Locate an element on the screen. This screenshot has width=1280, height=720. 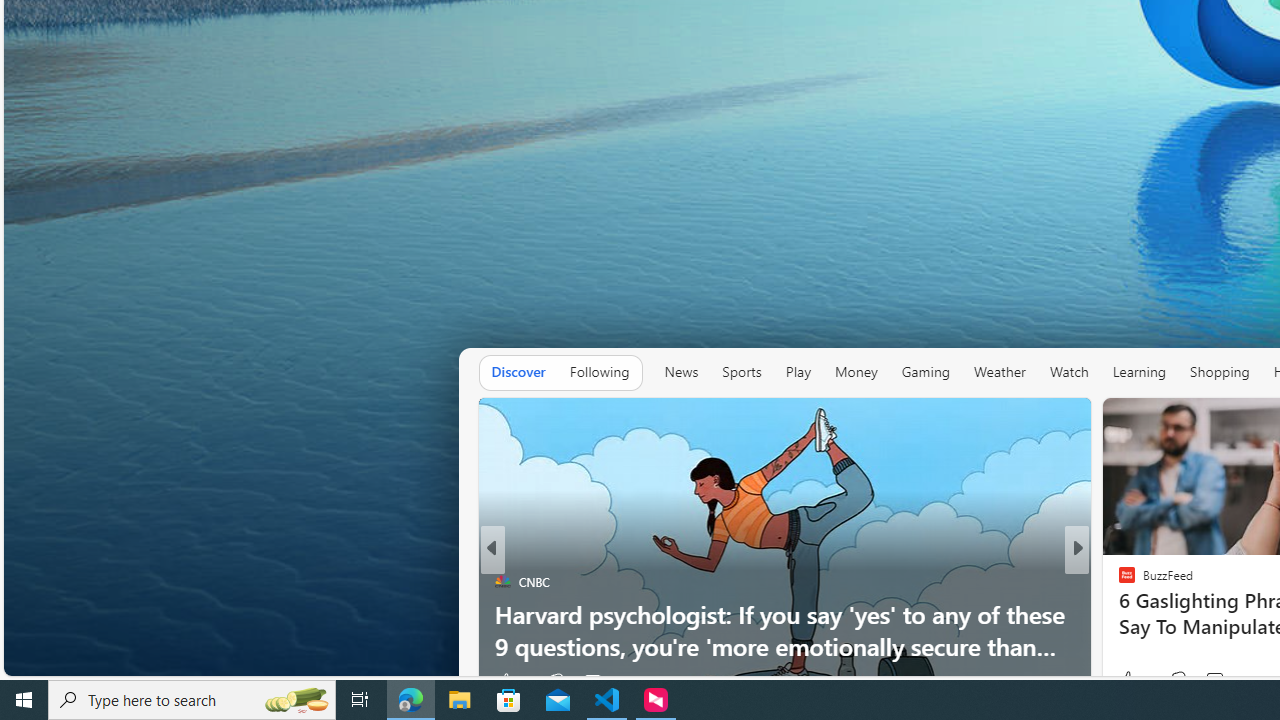
'Gaming' is located at coordinates (925, 372).